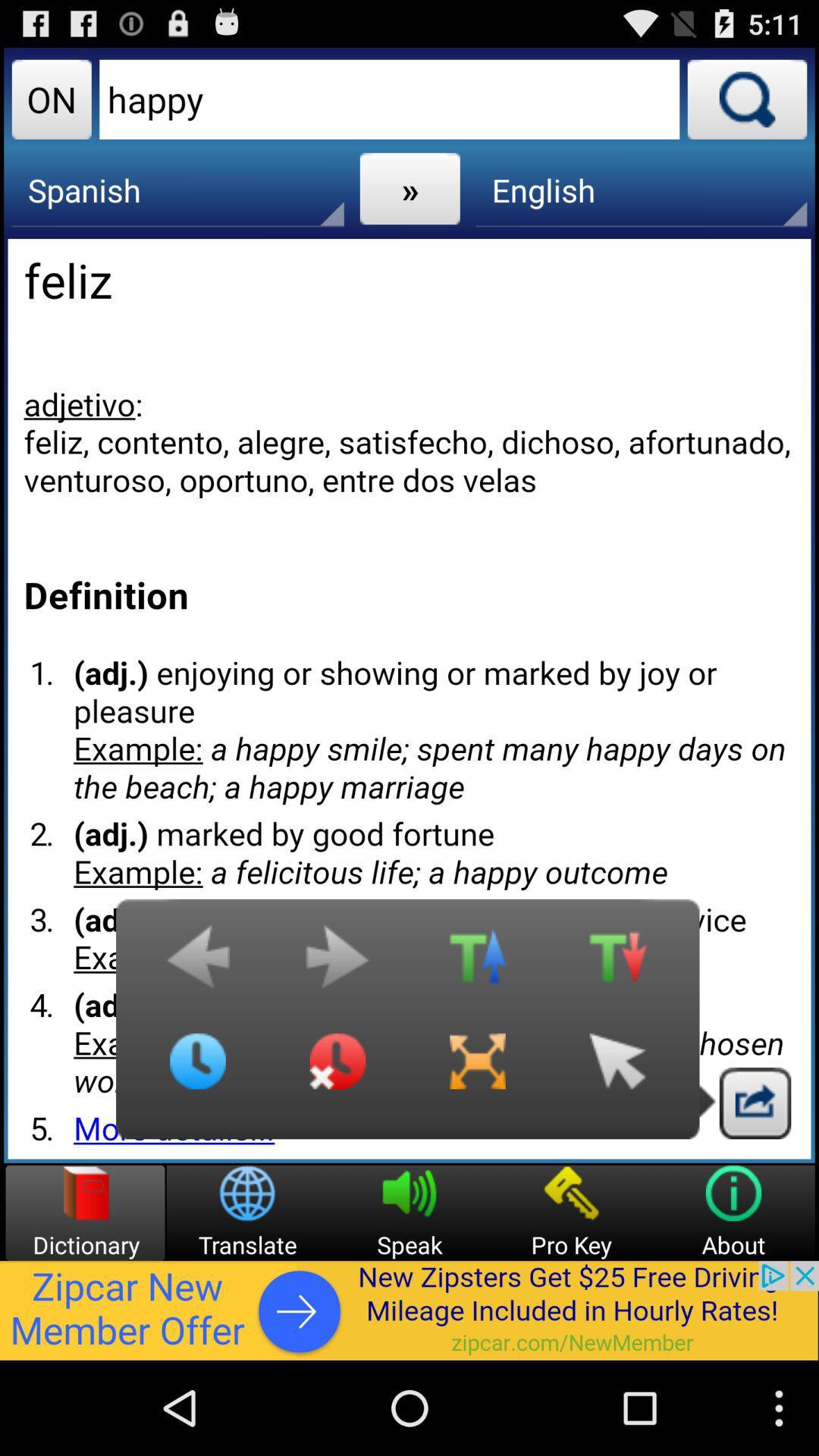 This screenshot has height=1456, width=819. Describe the element at coordinates (337, 964) in the screenshot. I see `next word choice` at that location.